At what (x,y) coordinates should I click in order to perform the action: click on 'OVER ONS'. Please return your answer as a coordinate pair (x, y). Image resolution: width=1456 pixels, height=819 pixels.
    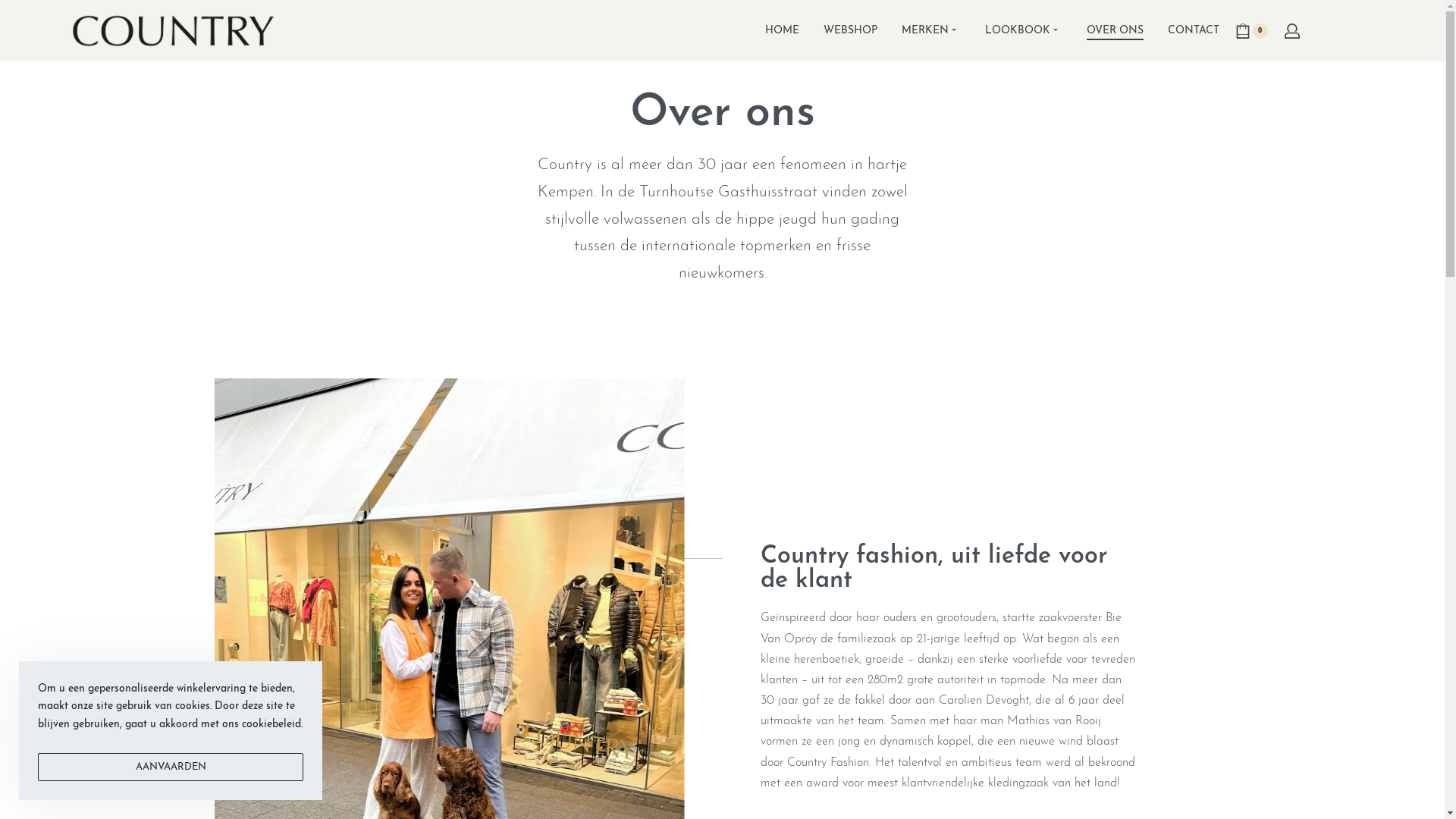
    Looking at the image, I should click on (1114, 31).